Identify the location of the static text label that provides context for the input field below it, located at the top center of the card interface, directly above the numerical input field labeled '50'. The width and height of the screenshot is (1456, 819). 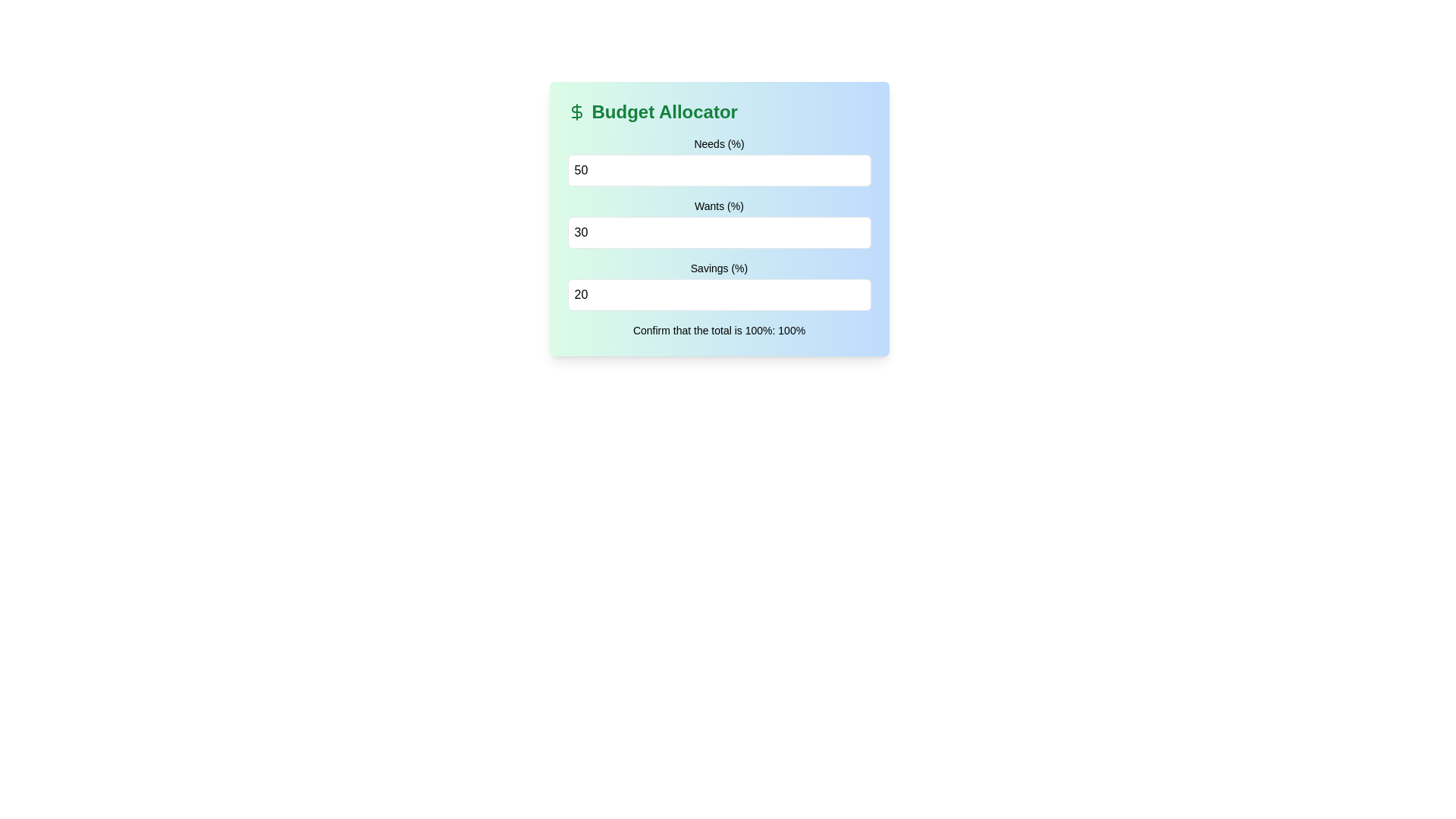
(718, 143).